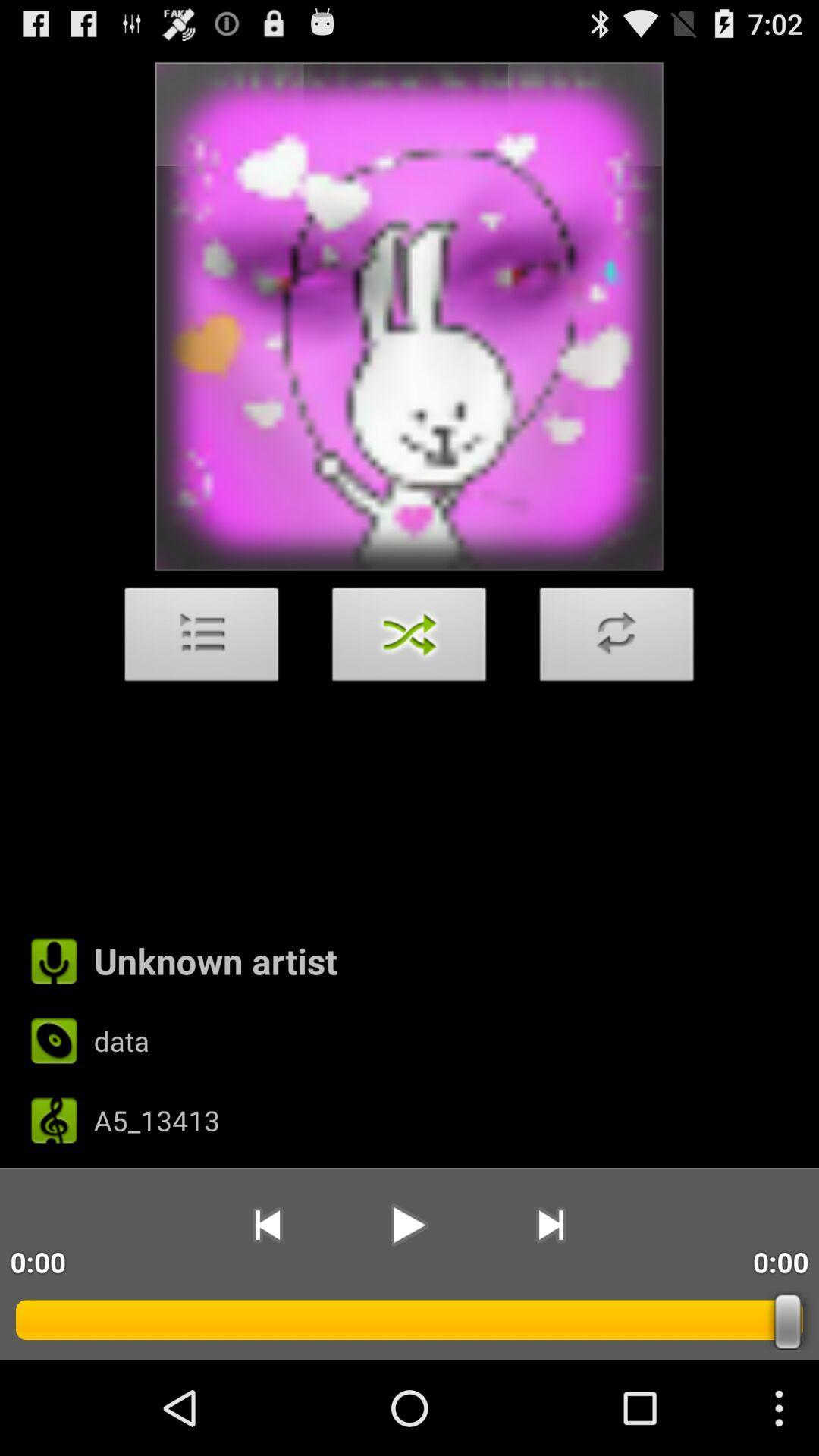 The image size is (819, 1456). What do you see at coordinates (409, 682) in the screenshot?
I see `the close icon` at bounding box center [409, 682].